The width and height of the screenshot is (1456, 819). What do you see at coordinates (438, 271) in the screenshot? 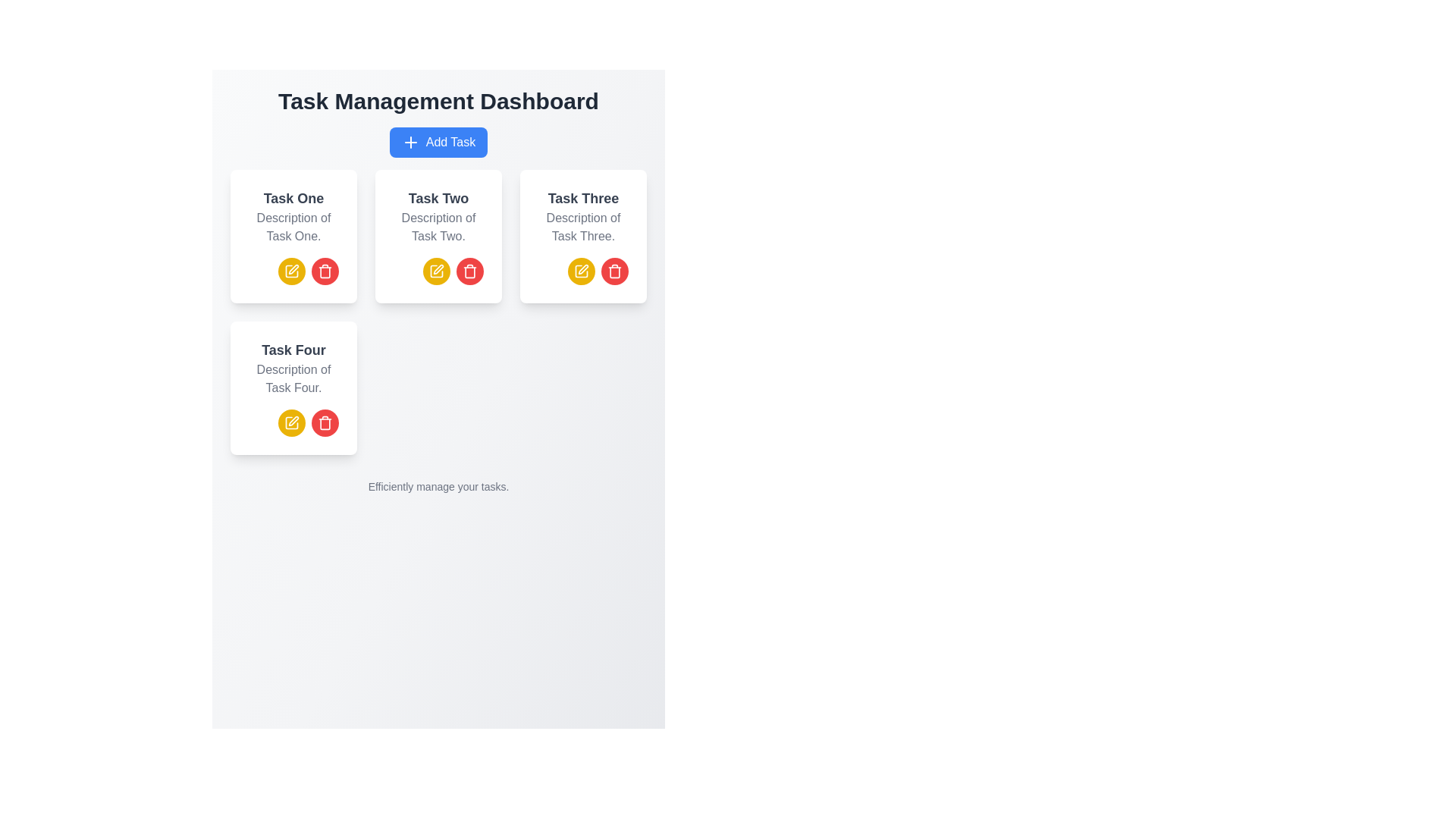
I see `the edit button located in the bottom right corner of the 'Task Two' card, which allows users to modify the task details` at bounding box center [438, 271].